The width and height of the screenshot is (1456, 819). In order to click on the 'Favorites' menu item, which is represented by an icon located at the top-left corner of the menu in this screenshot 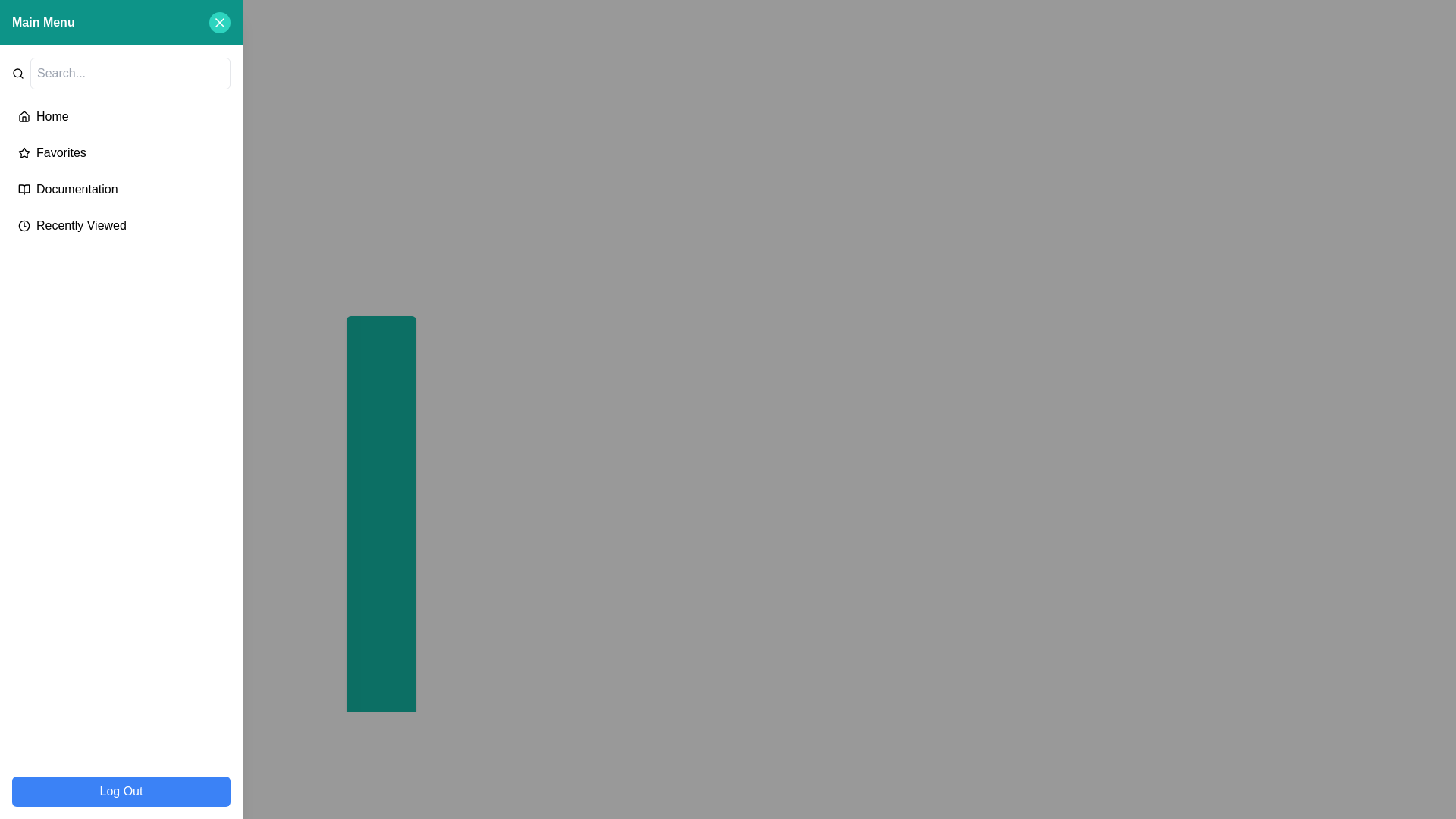, I will do `click(24, 152)`.